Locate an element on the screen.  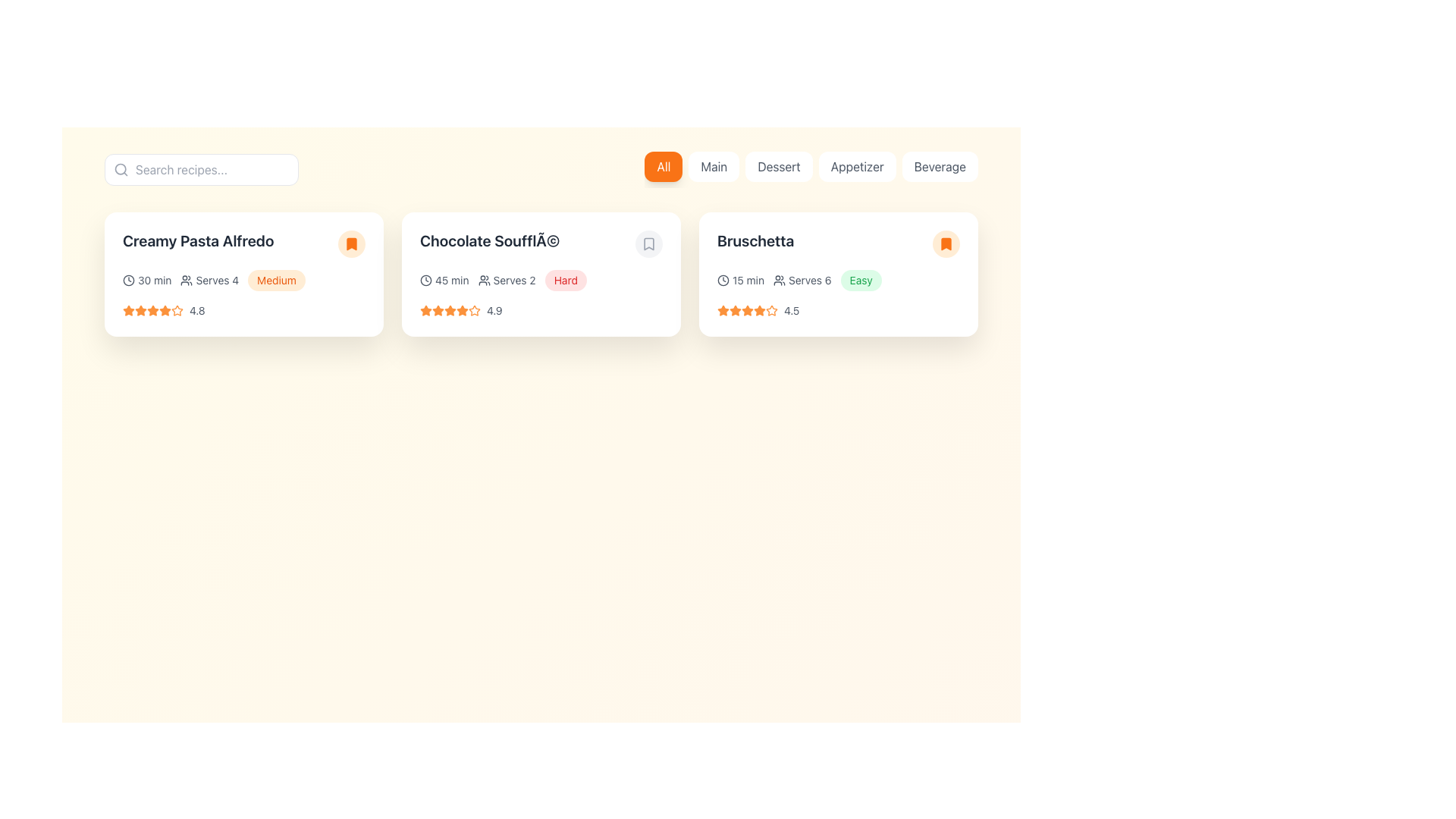
text of the difficulty level tag located at the bottom right of the 'Creamy Pasta Alfredo' card, which is the third element following the tags for '30 min' and 'Serves 4' is located at coordinates (276, 281).